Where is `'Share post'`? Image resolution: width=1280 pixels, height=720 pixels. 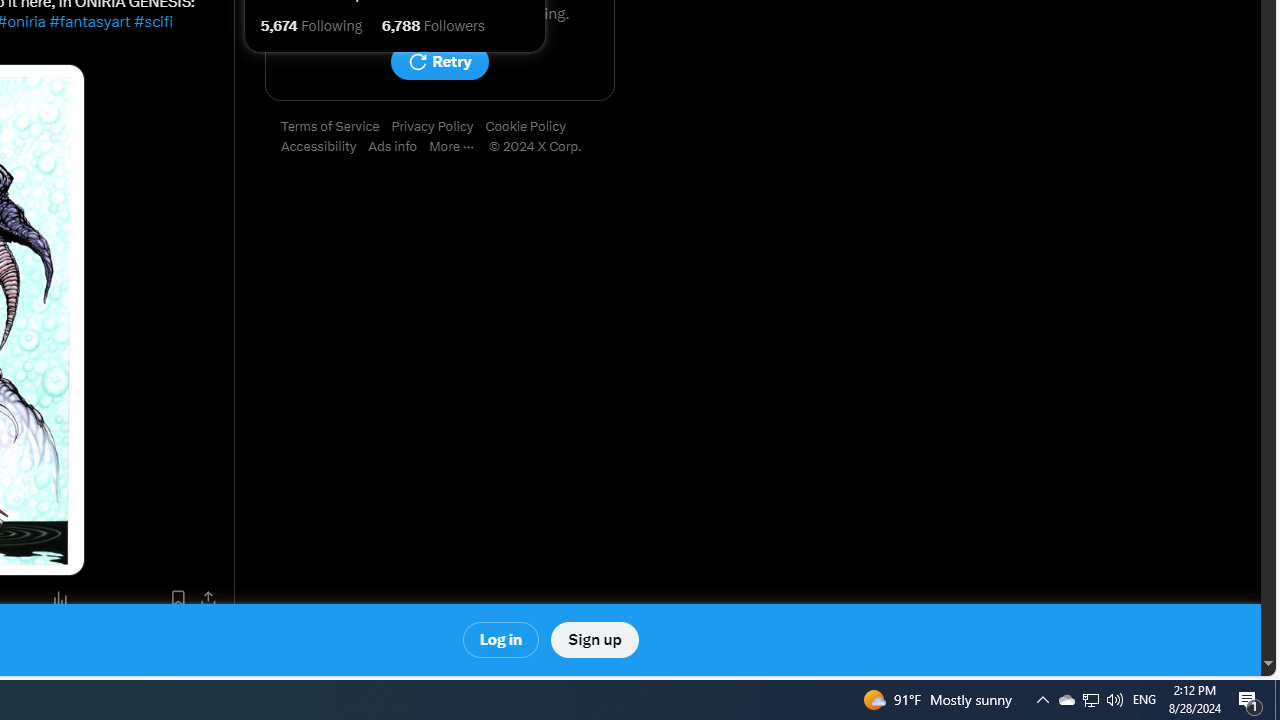 'Share post' is located at coordinates (208, 597).